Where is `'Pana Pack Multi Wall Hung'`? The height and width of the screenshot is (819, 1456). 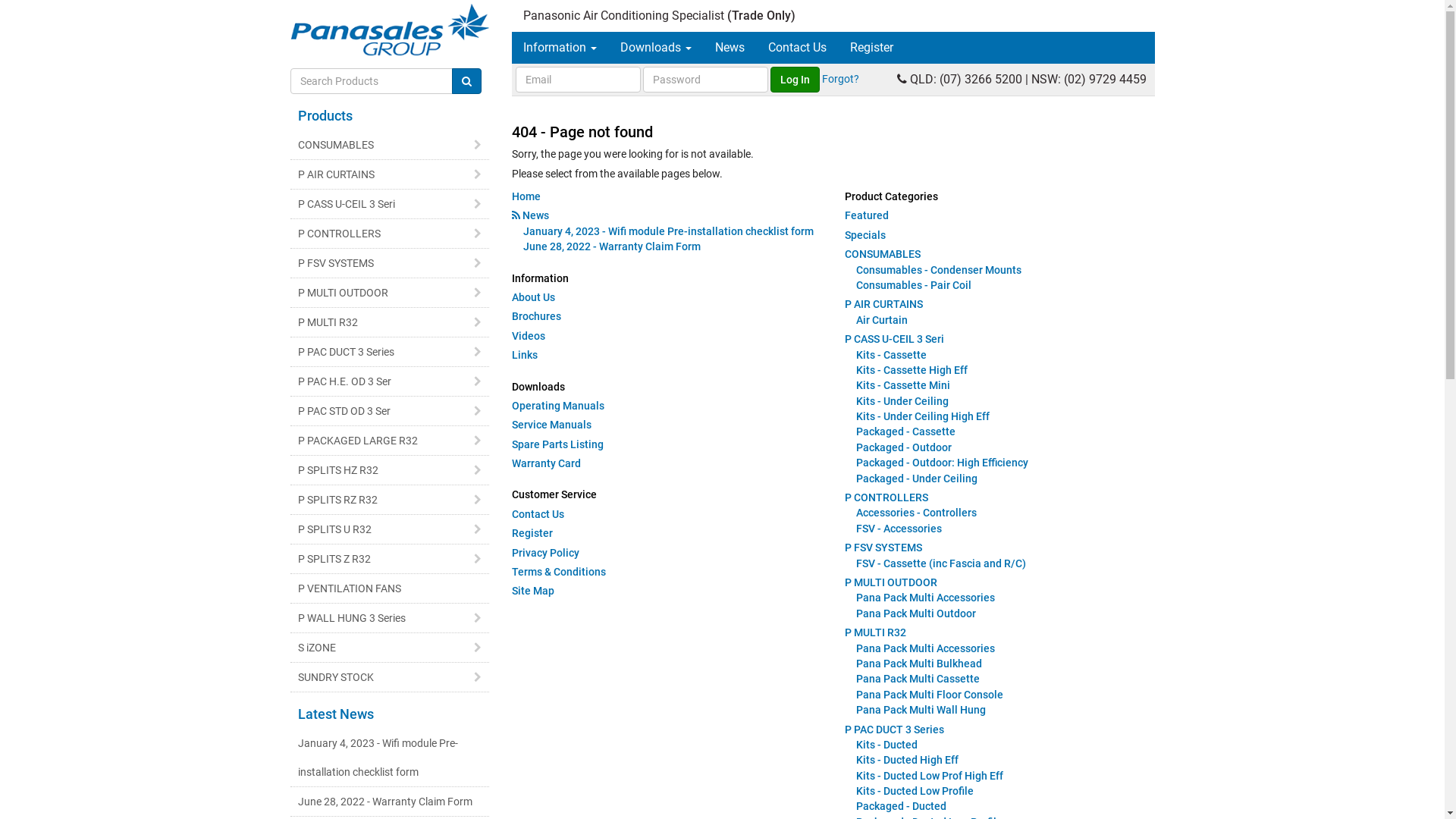
'Pana Pack Multi Wall Hung' is located at coordinates (920, 710).